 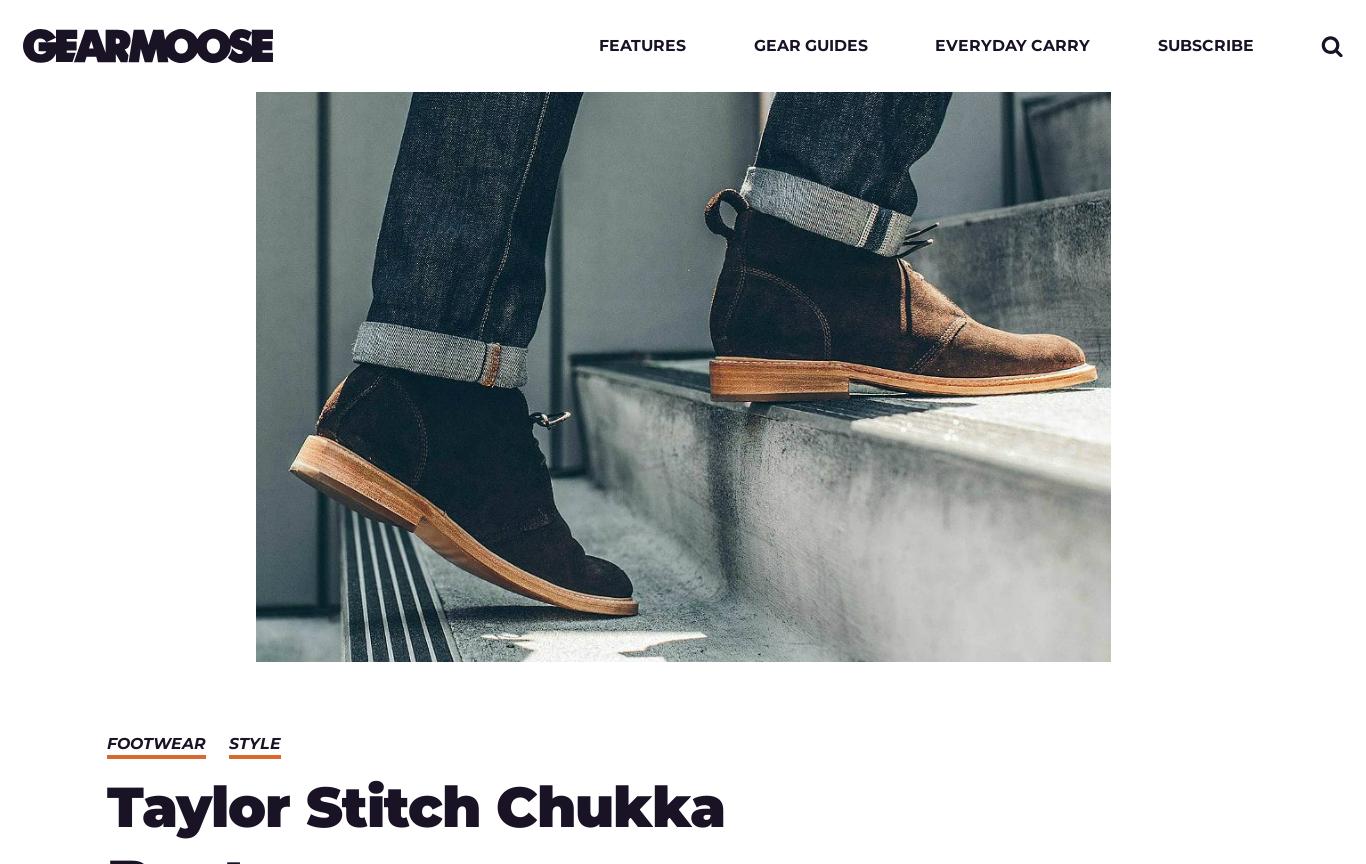 What do you see at coordinates (597, 45) in the screenshot?
I see `'Features'` at bounding box center [597, 45].